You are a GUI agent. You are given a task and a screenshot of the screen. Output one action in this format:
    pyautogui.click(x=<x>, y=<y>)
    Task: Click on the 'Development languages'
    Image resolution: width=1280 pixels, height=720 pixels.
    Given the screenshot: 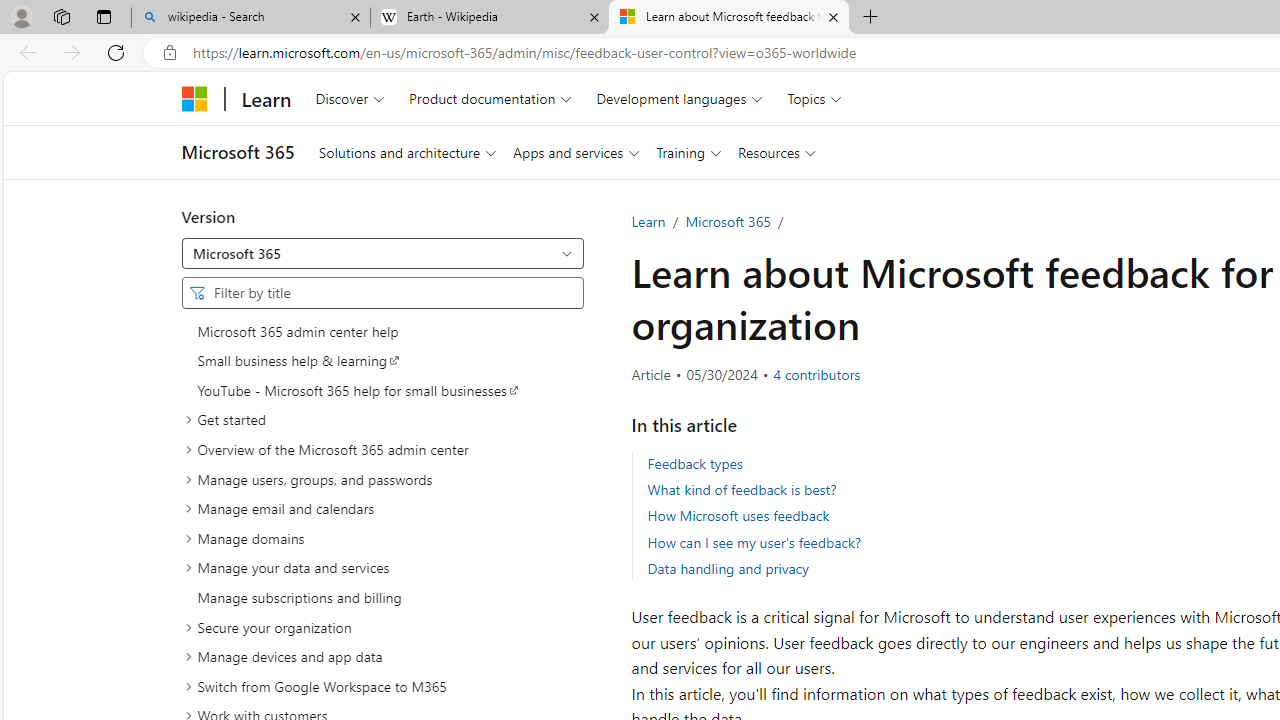 What is the action you would take?
    pyautogui.click(x=679, y=98)
    